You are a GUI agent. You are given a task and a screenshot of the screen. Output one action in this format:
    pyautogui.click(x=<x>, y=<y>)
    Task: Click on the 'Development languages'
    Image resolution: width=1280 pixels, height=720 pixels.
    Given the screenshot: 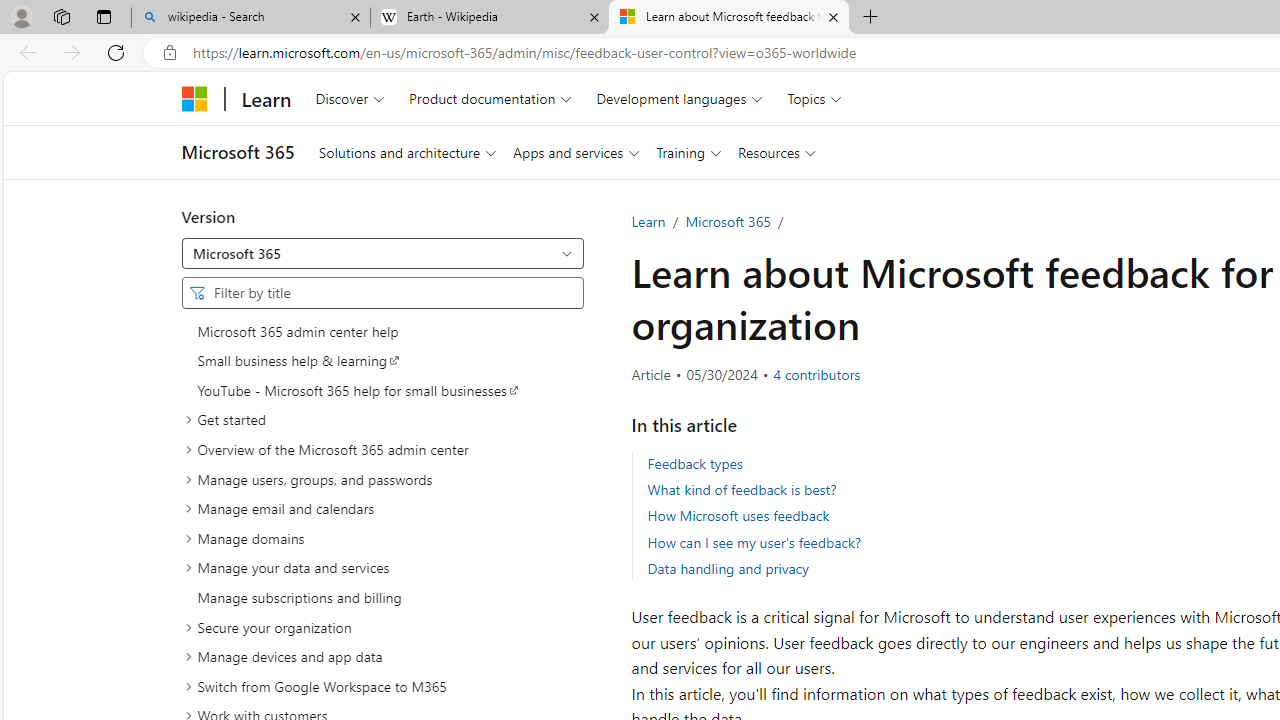 What is the action you would take?
    pyautogui.click(x=679, y=98)
    